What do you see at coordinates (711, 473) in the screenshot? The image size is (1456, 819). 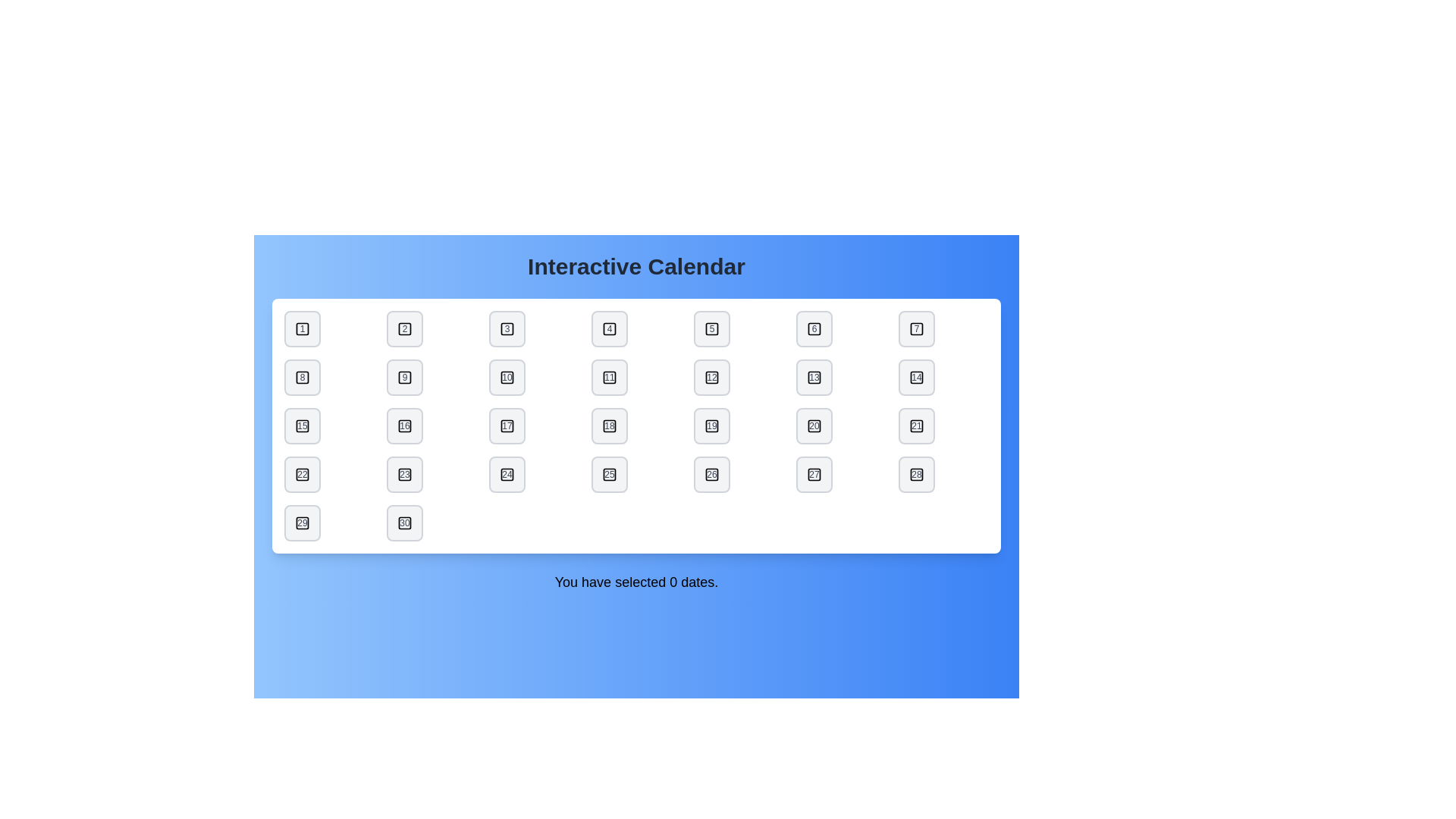 I see `the date button labeled 26 to toggle its selection state` at bounding box center [711, 473].